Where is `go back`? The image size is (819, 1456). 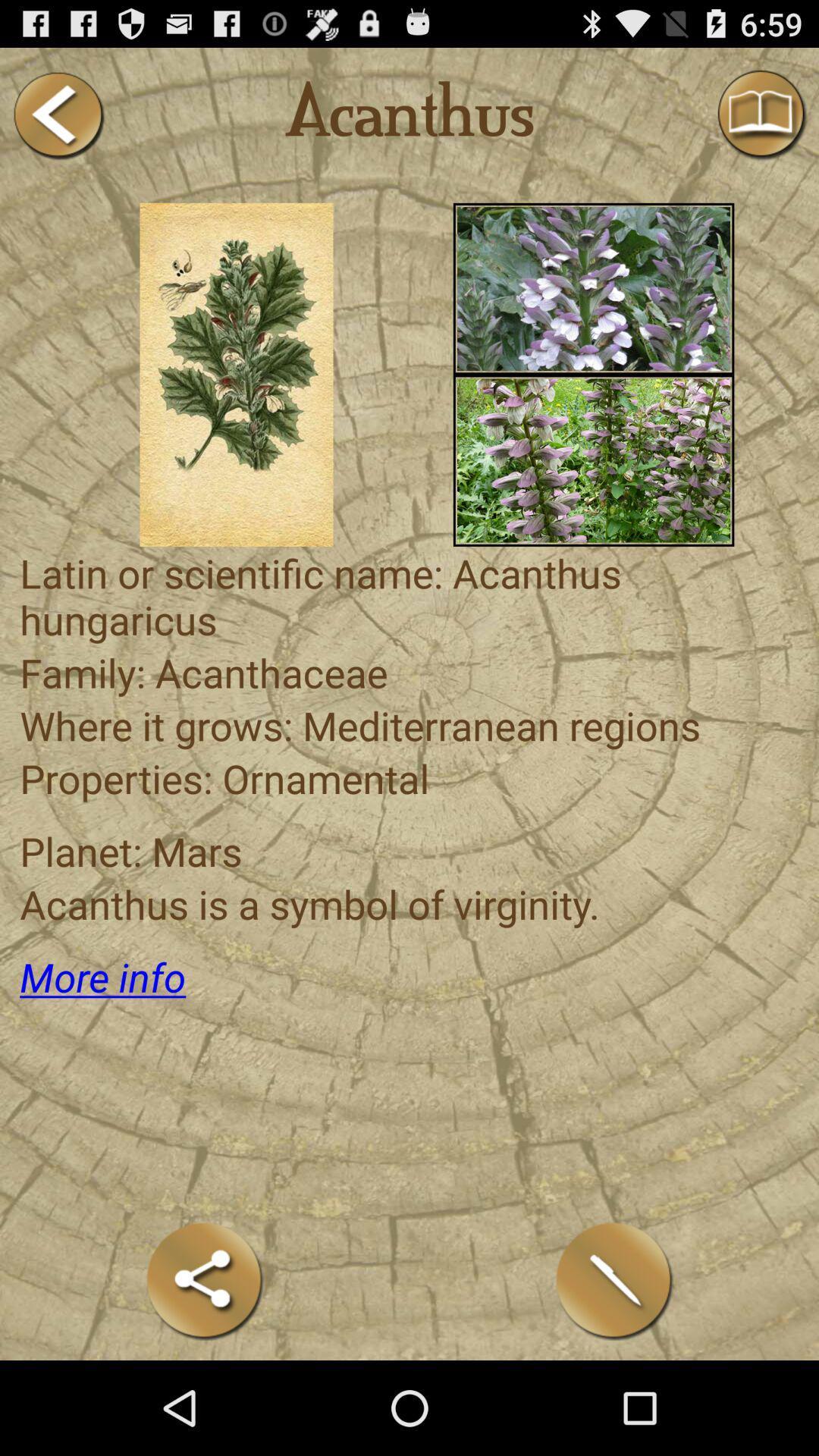 go back is located at coordinates (57, 115).